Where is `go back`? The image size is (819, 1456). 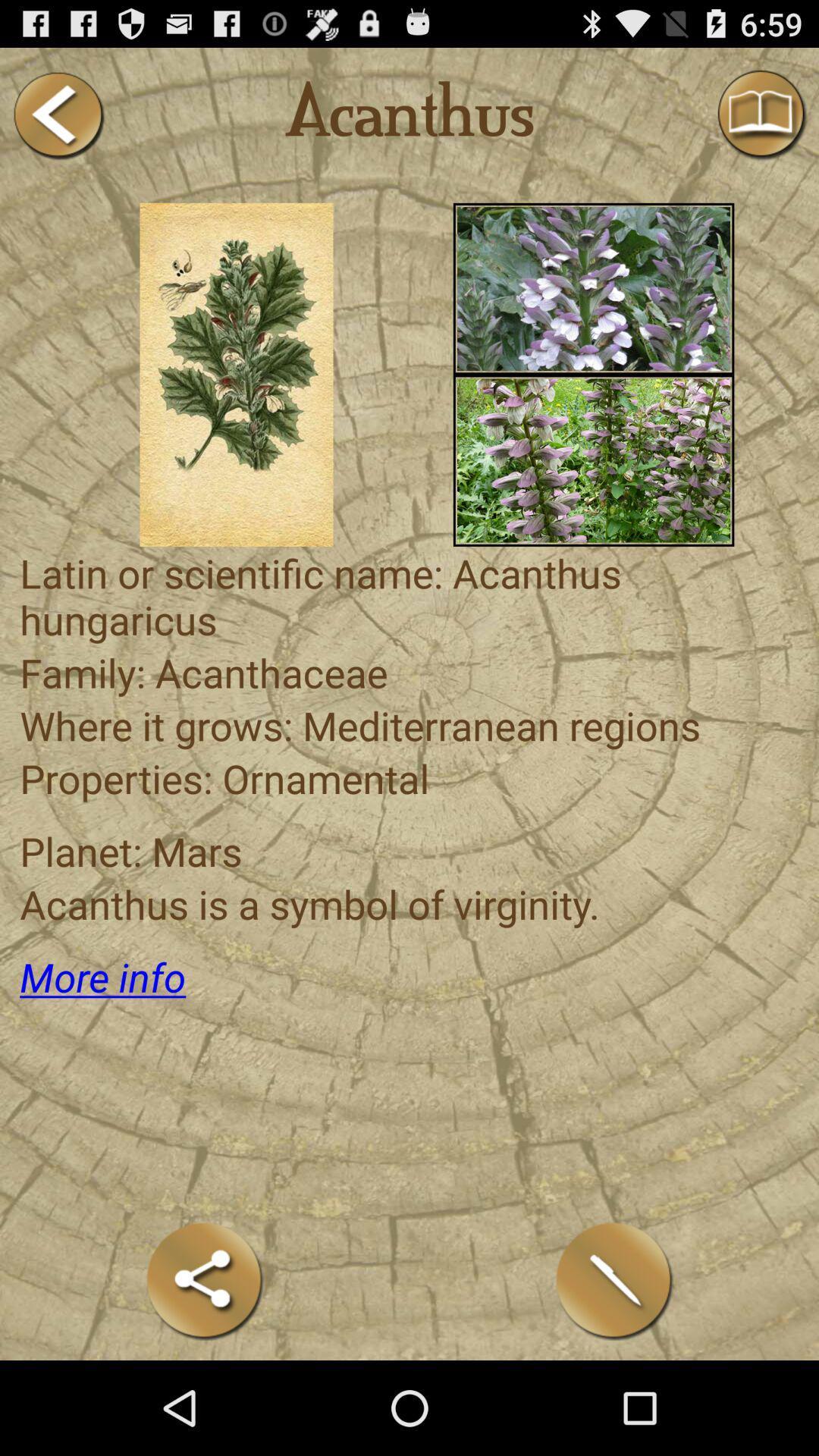 go back is located at coordinates (57, 115).